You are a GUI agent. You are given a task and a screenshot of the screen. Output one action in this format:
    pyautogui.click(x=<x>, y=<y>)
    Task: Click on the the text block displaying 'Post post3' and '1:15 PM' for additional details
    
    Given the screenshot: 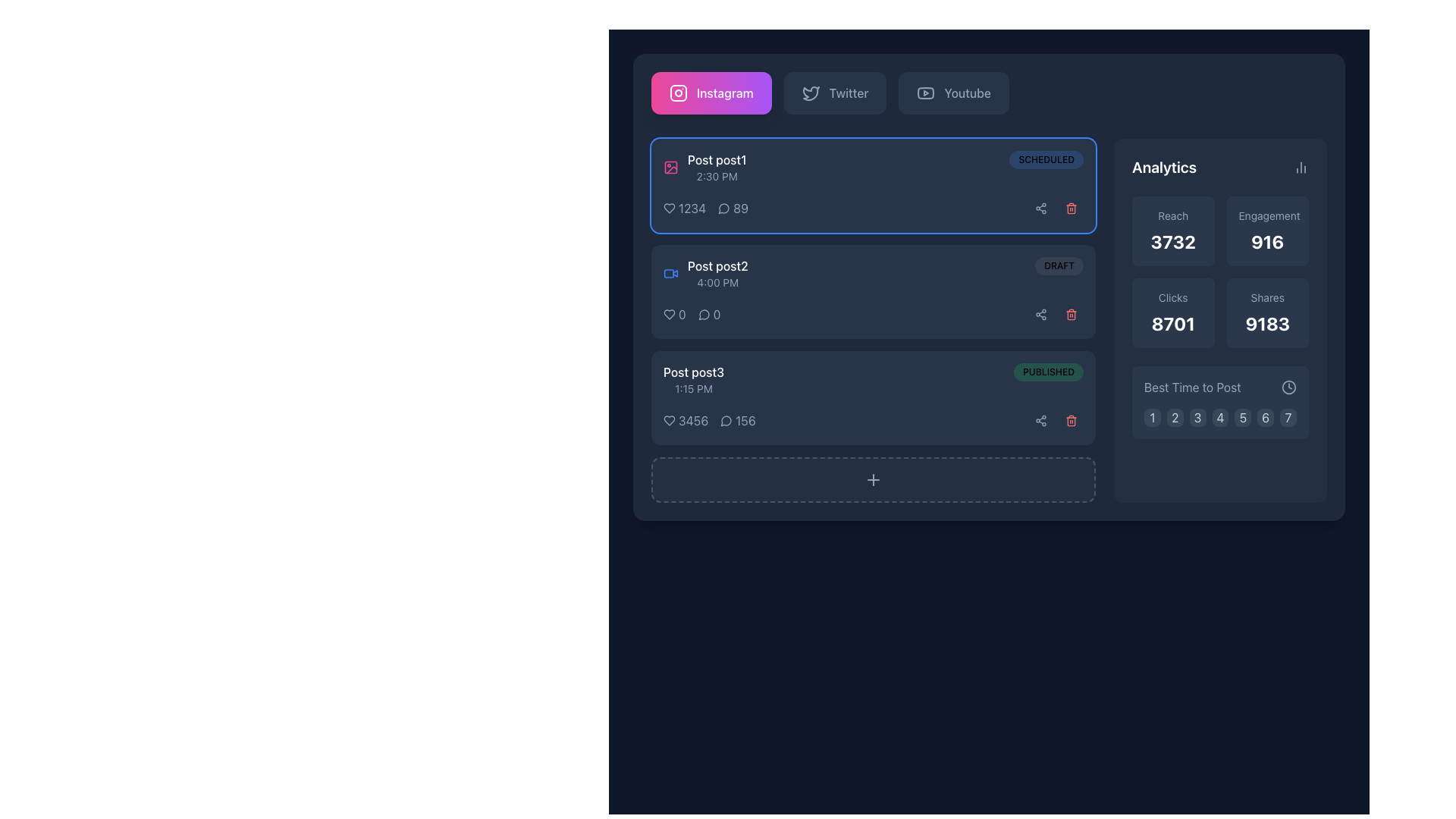 What is the action you would take?
    pyautogui.click(x=693, y=379)
    